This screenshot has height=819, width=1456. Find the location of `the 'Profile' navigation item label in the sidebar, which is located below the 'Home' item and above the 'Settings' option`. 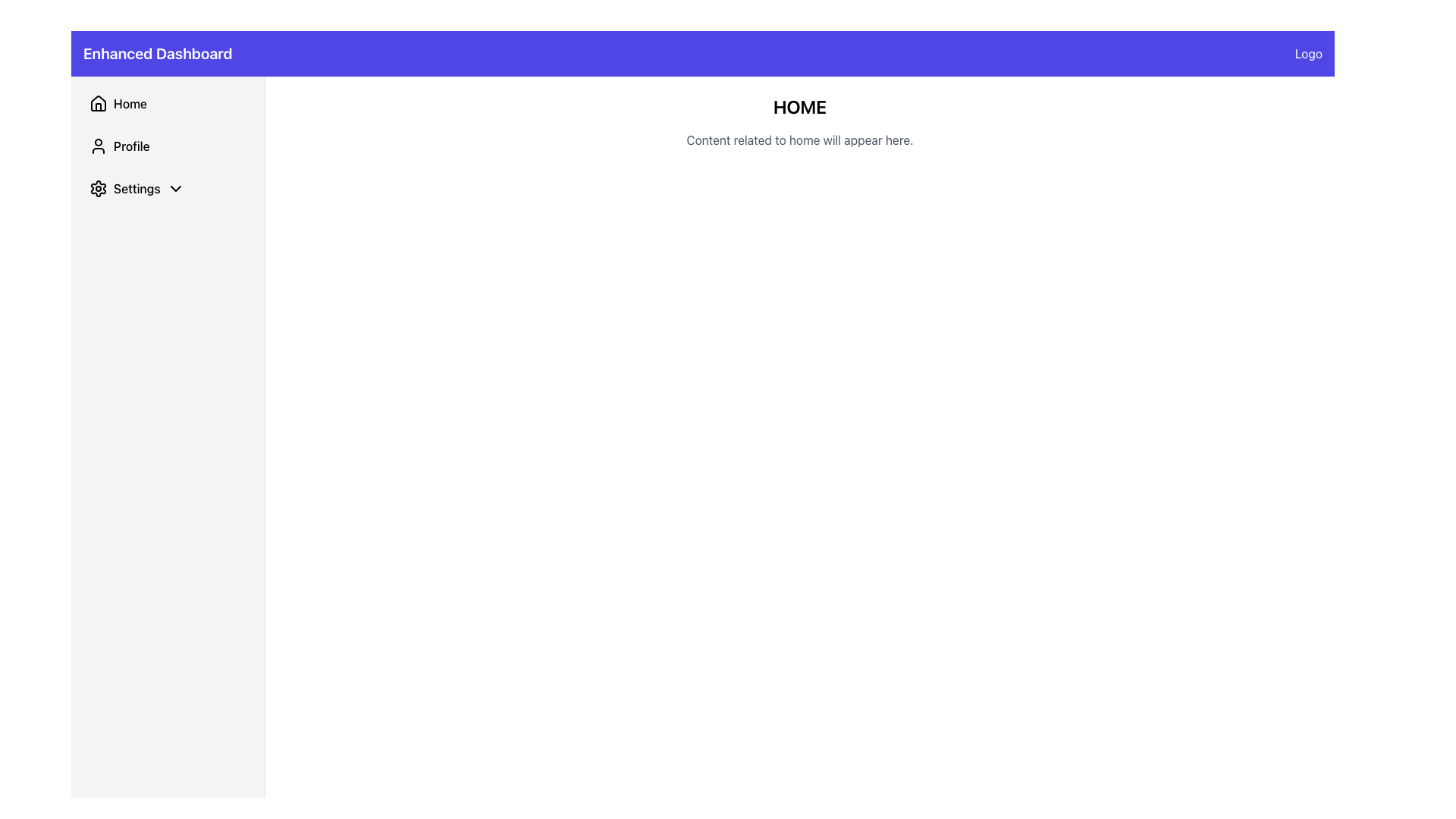

the 'Profile' navigation item label in the sidebar, which is located below the 'Home' item and above the 'Settings' option is located at coordinates (131, 146).